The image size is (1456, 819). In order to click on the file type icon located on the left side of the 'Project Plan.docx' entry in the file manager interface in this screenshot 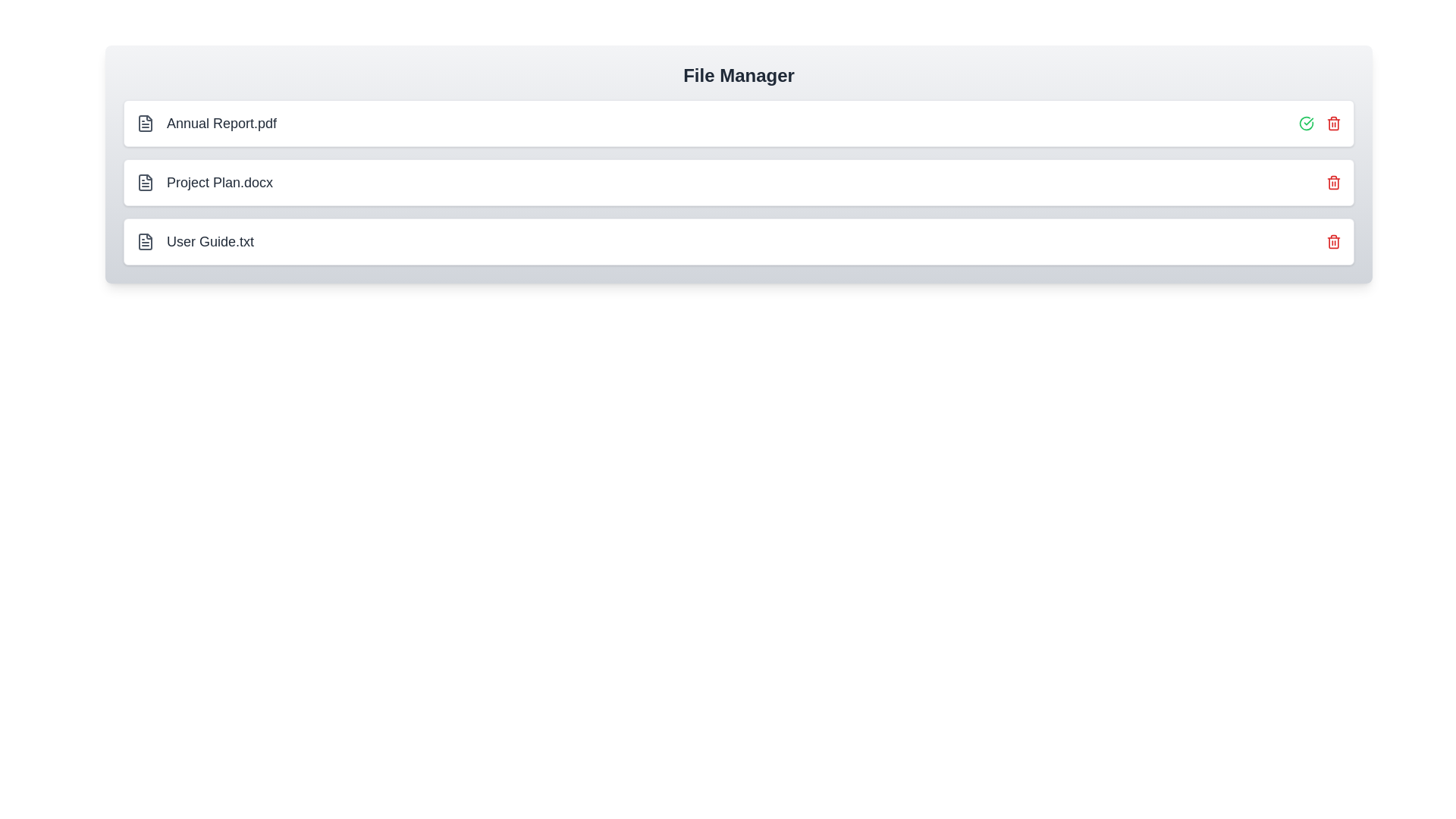, I will do `click(146, 181)`.